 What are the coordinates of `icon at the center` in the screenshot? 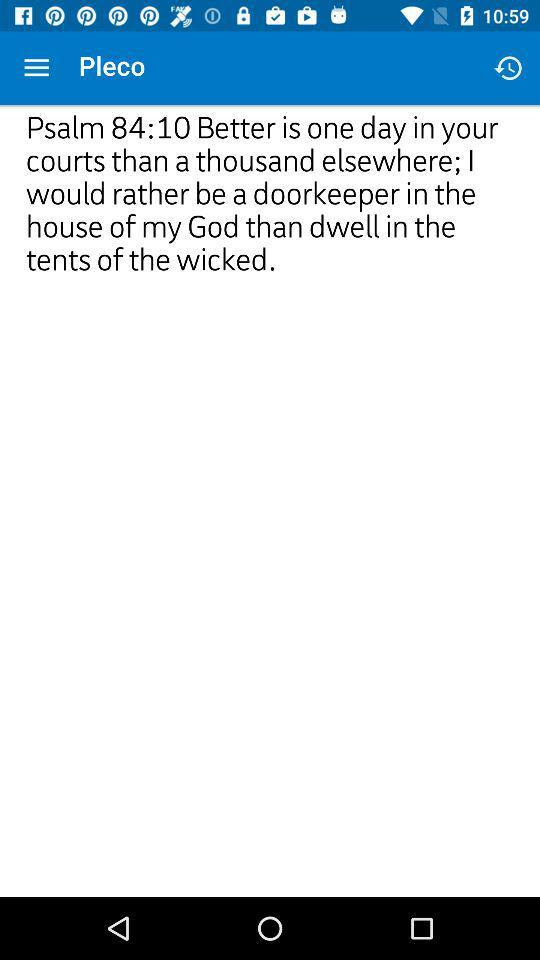 It's located at (270, 320).